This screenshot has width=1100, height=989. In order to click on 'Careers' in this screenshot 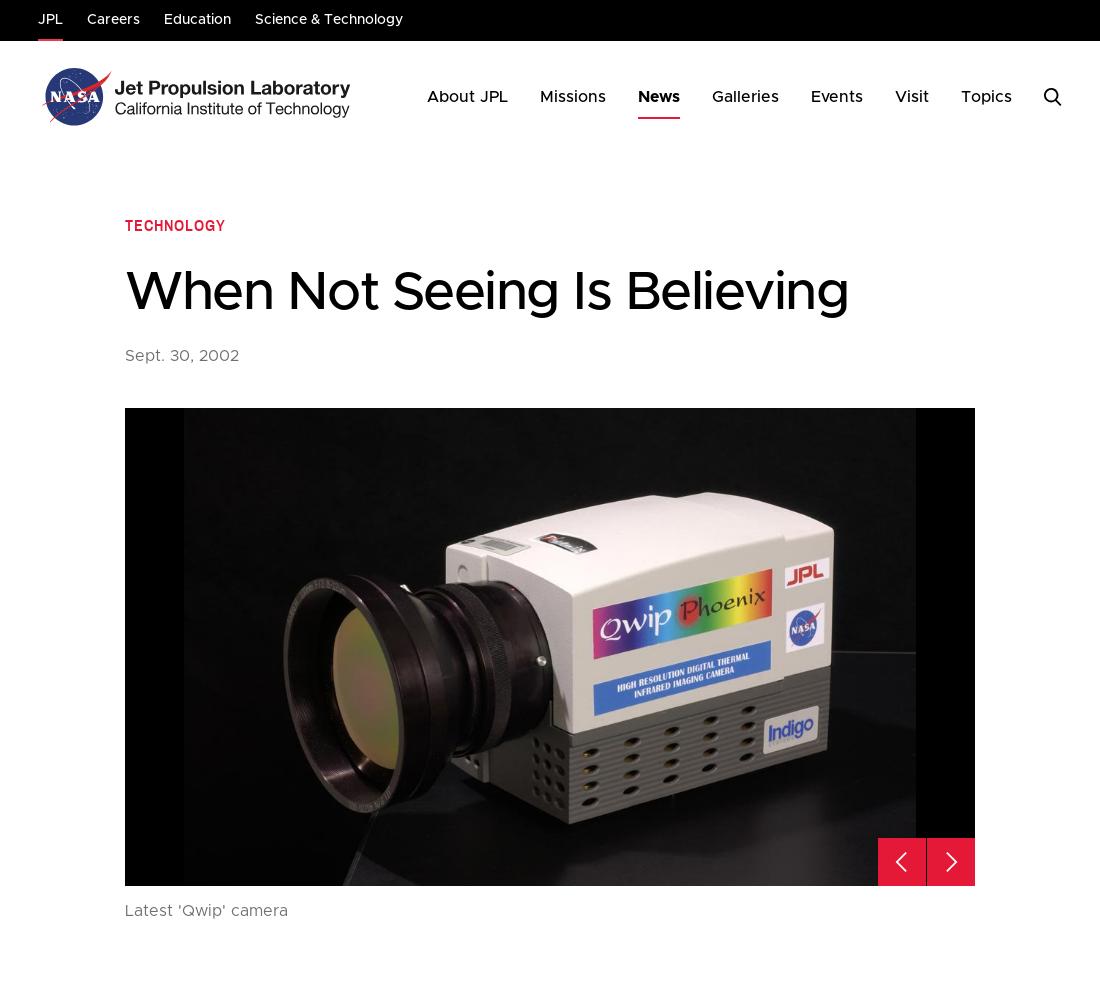, I will do `click(113, 18)`.